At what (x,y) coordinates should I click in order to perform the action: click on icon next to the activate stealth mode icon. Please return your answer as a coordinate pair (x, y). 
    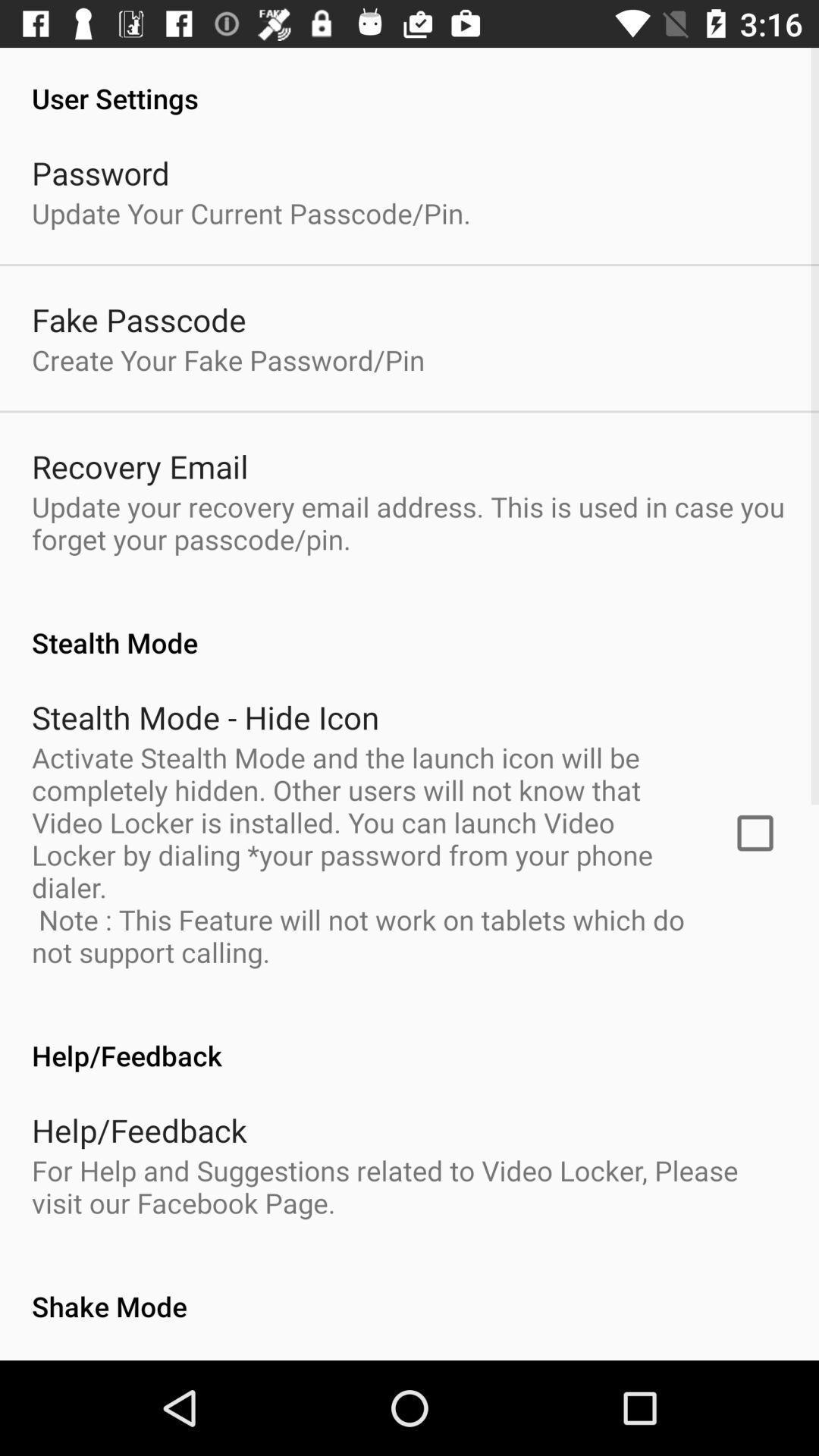
    Looking at the image, I should click on (755, 832).